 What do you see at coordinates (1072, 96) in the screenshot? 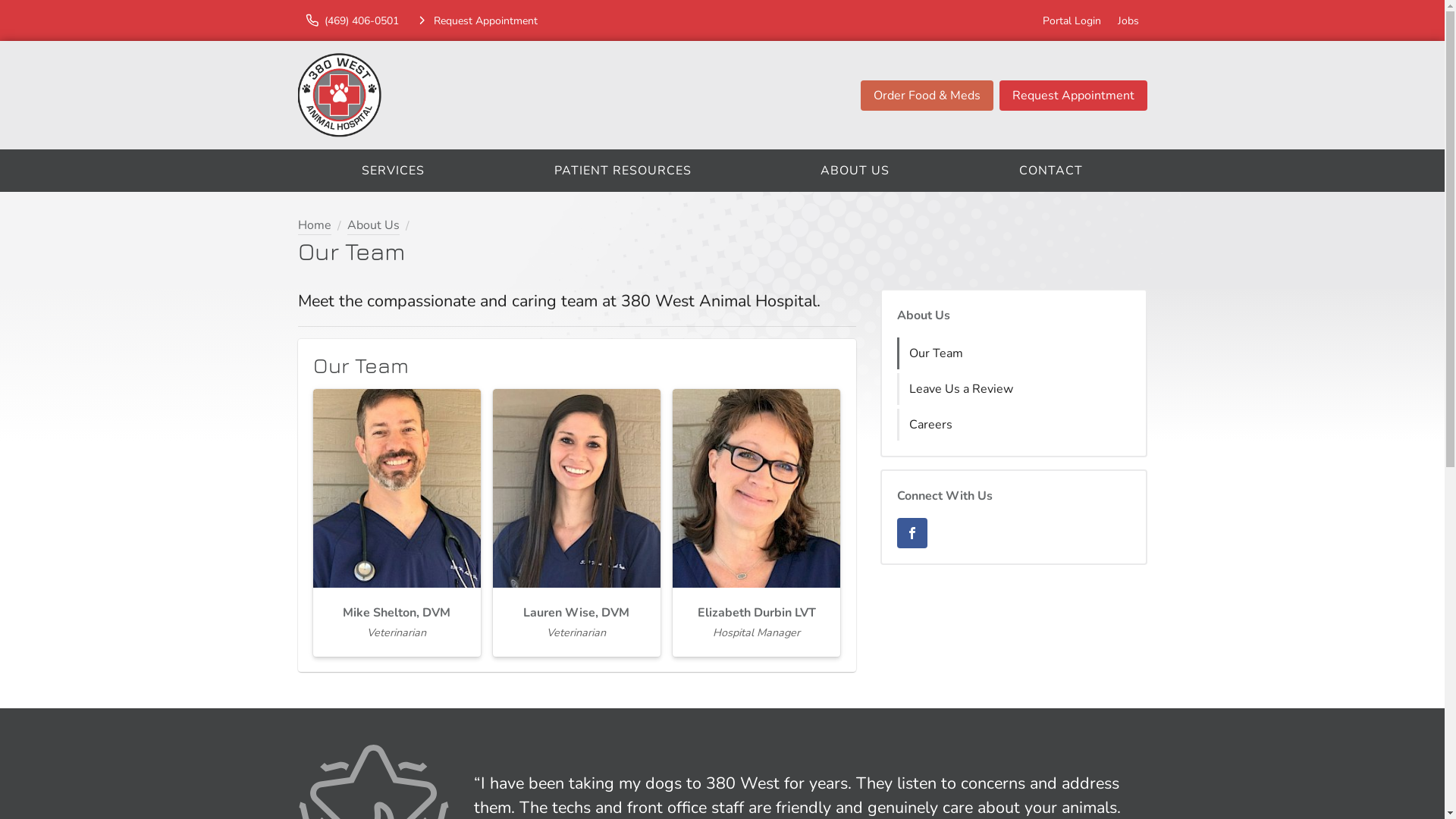
I see `'Request Appointment'` at bounding box center [1072, 96].